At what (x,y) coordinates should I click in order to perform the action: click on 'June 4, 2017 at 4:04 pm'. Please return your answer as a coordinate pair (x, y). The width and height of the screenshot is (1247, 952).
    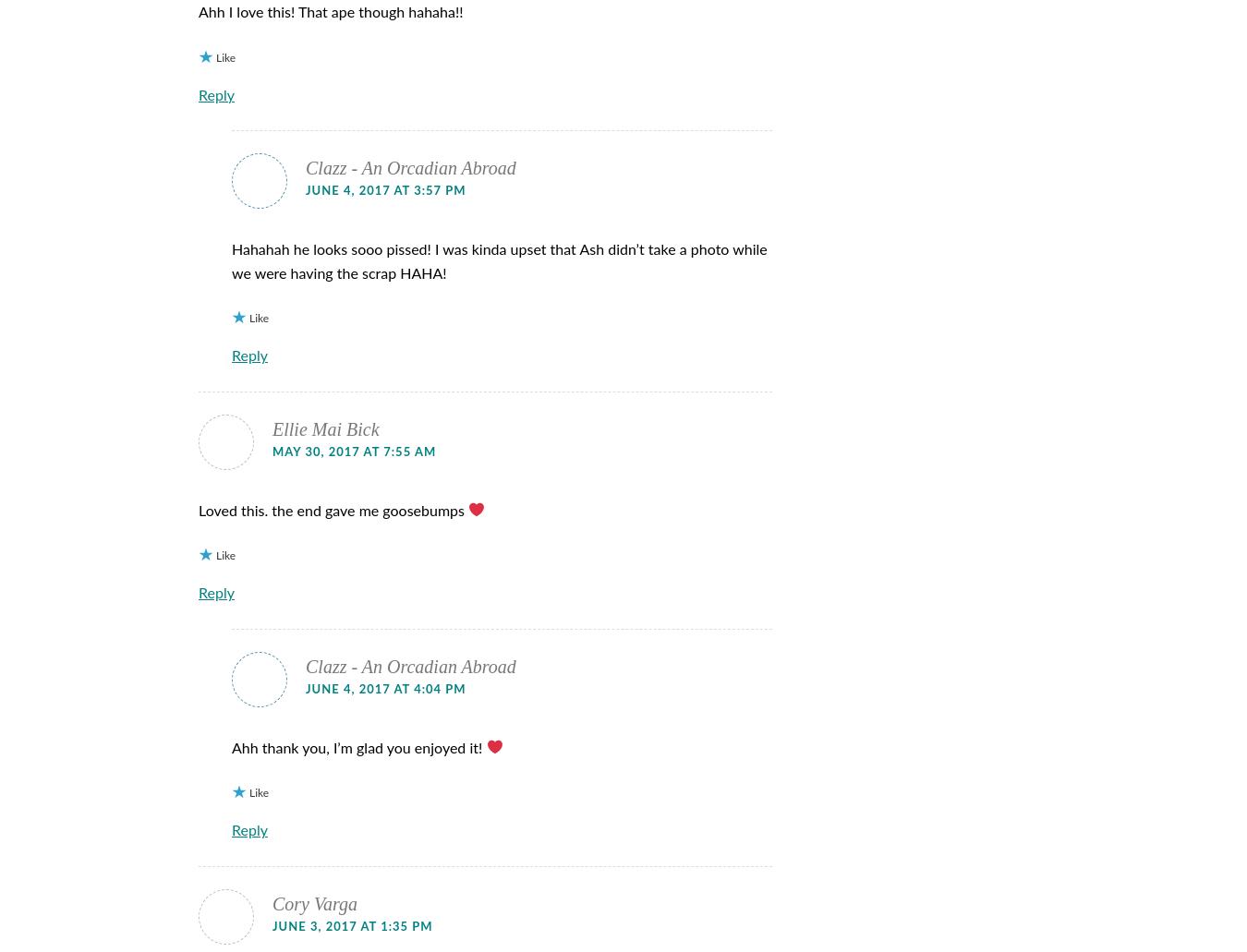
    Looking at the image, I should click on (385, 688).